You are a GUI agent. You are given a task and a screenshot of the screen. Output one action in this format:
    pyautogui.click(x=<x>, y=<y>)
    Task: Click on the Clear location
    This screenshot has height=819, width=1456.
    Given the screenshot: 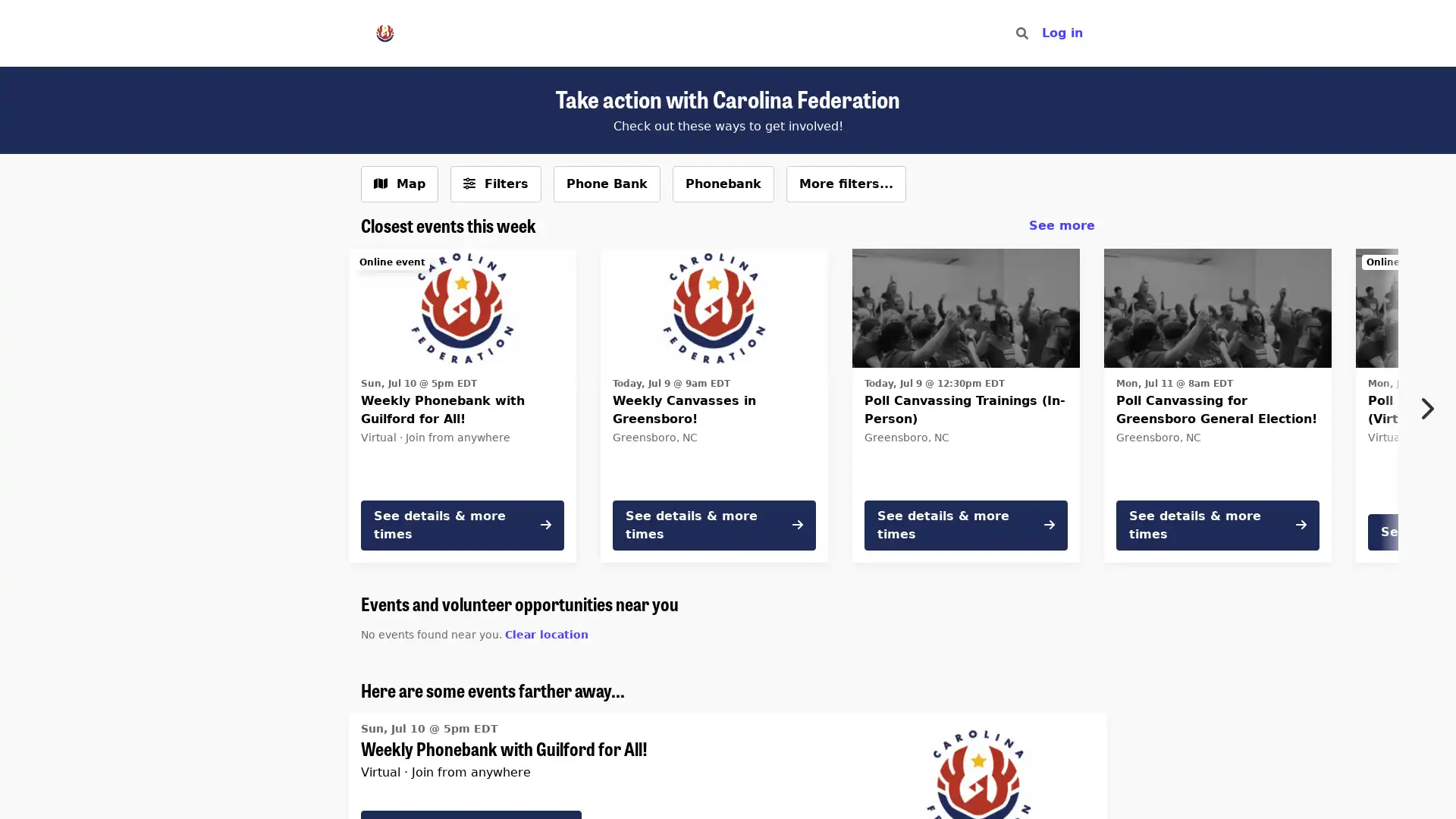 What is the action you would take?
    pyautogui.click(x=546, y=634)
    